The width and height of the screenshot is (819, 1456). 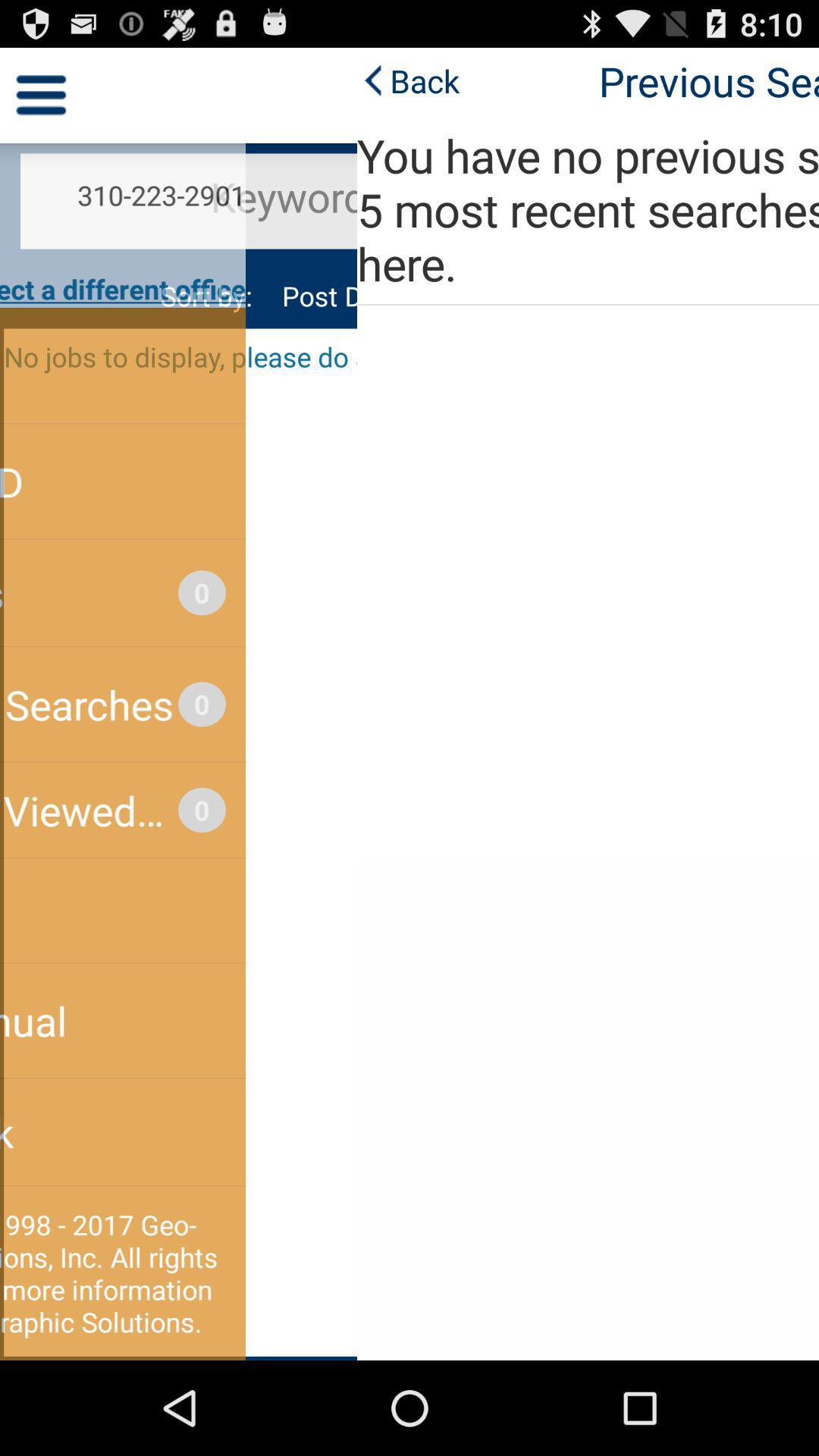 I want to click on the you have no app, so click(x=409, y=209).